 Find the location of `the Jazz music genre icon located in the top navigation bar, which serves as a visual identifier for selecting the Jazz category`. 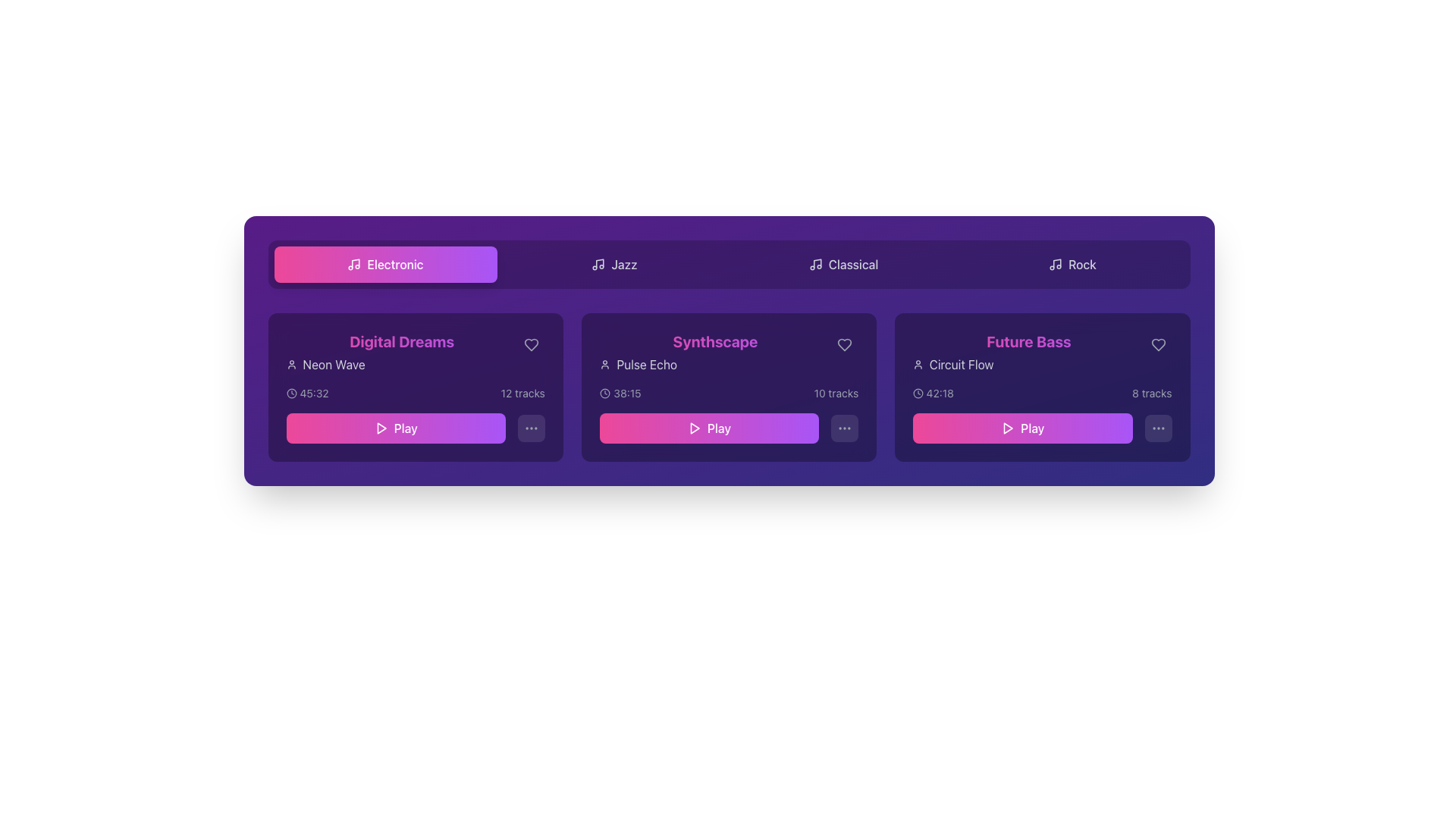

the Jazz music genre icon located in the top navigation bar, which serves as a visual identifier for selecting the Jazz category is located at coordinates (599, 262).